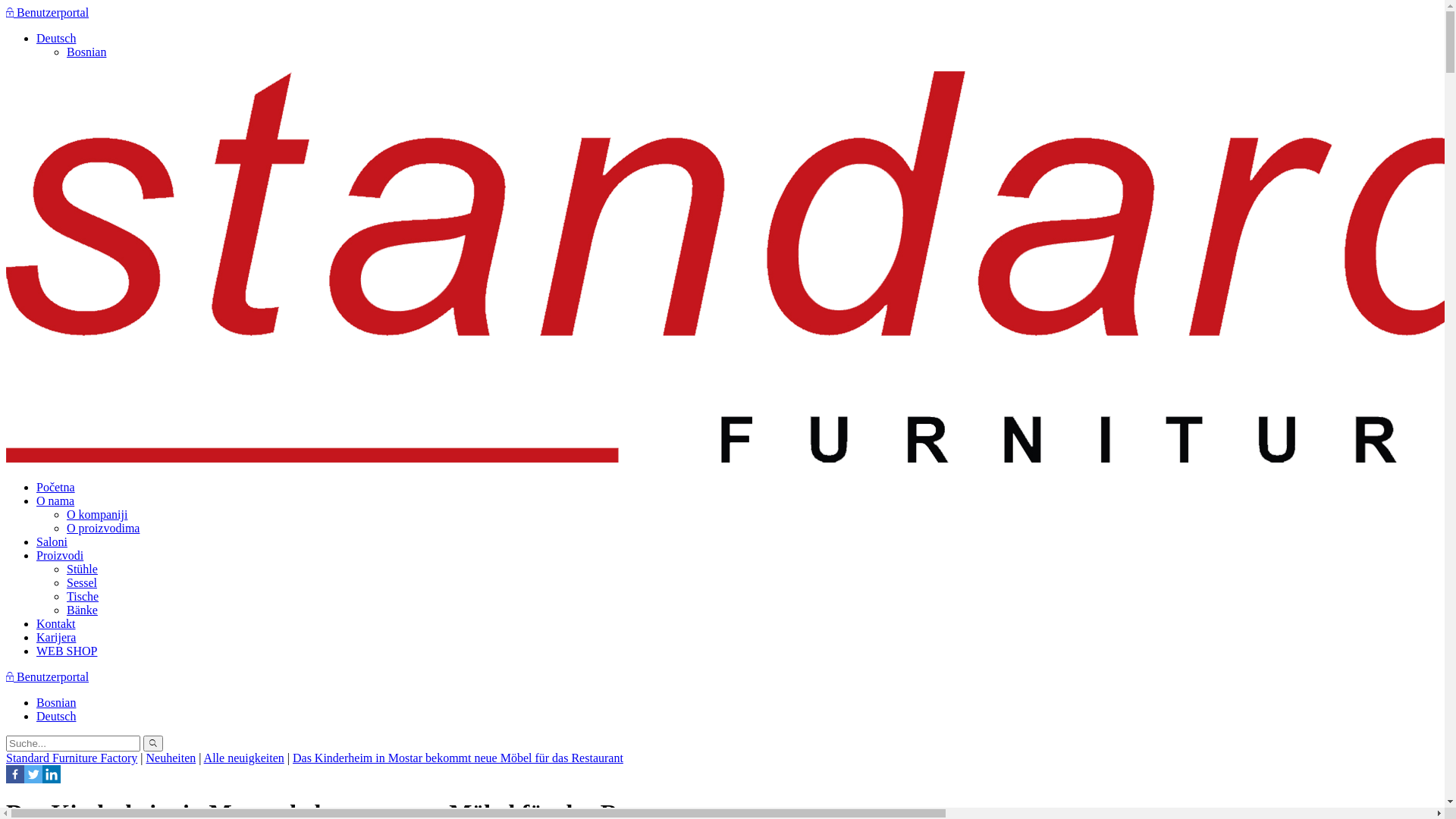 This screenshot has width=1456, height=819. What do you see at coordinates (65, 582) in the screenshot?
I see `'Sessel'` at bounding box center [65, 582].